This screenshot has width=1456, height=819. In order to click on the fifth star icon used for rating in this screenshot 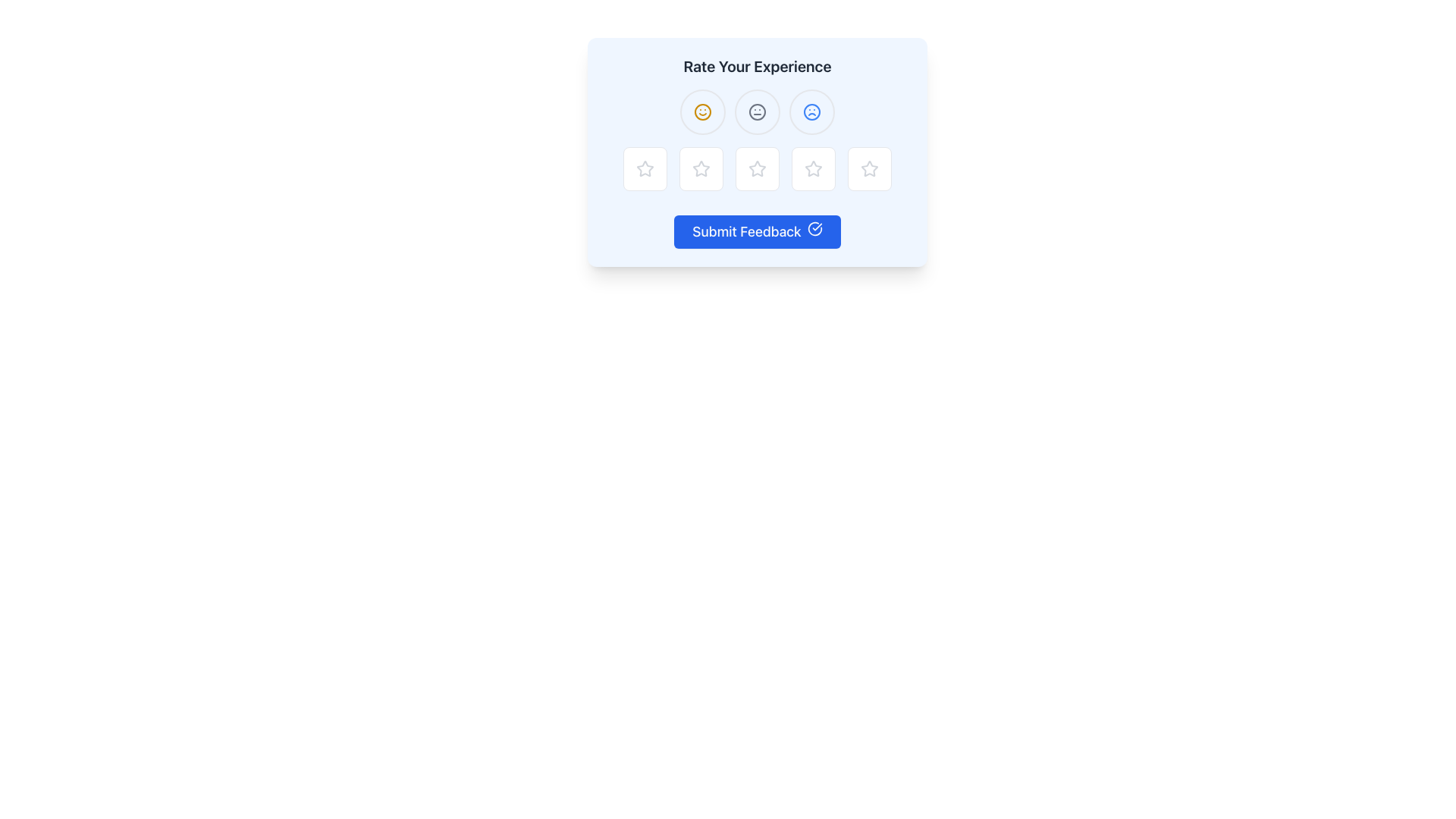, I will do `click(870, 169)`.